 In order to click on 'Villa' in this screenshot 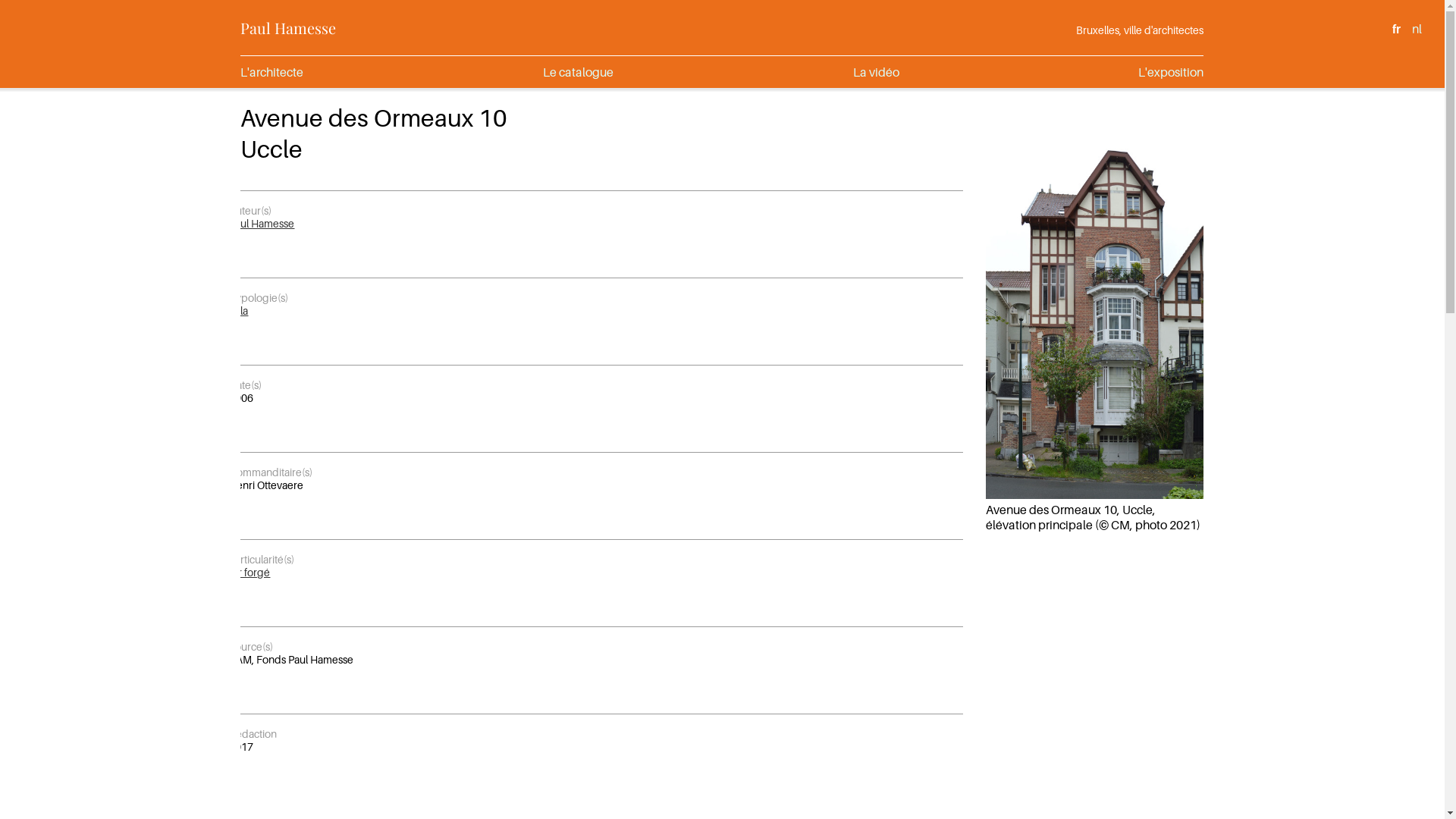, I will do `click(237, 309)`.